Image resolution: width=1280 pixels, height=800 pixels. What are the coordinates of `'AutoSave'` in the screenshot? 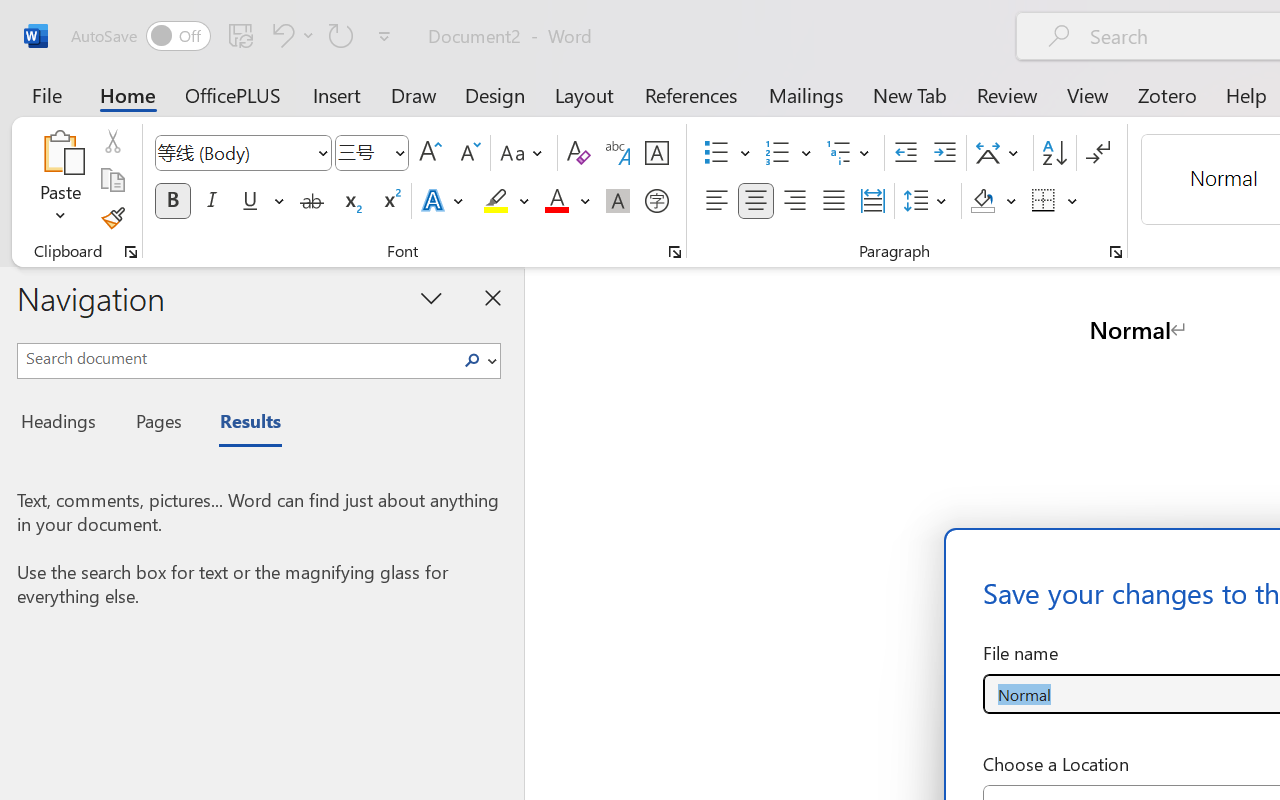 It's located at (139, 35).